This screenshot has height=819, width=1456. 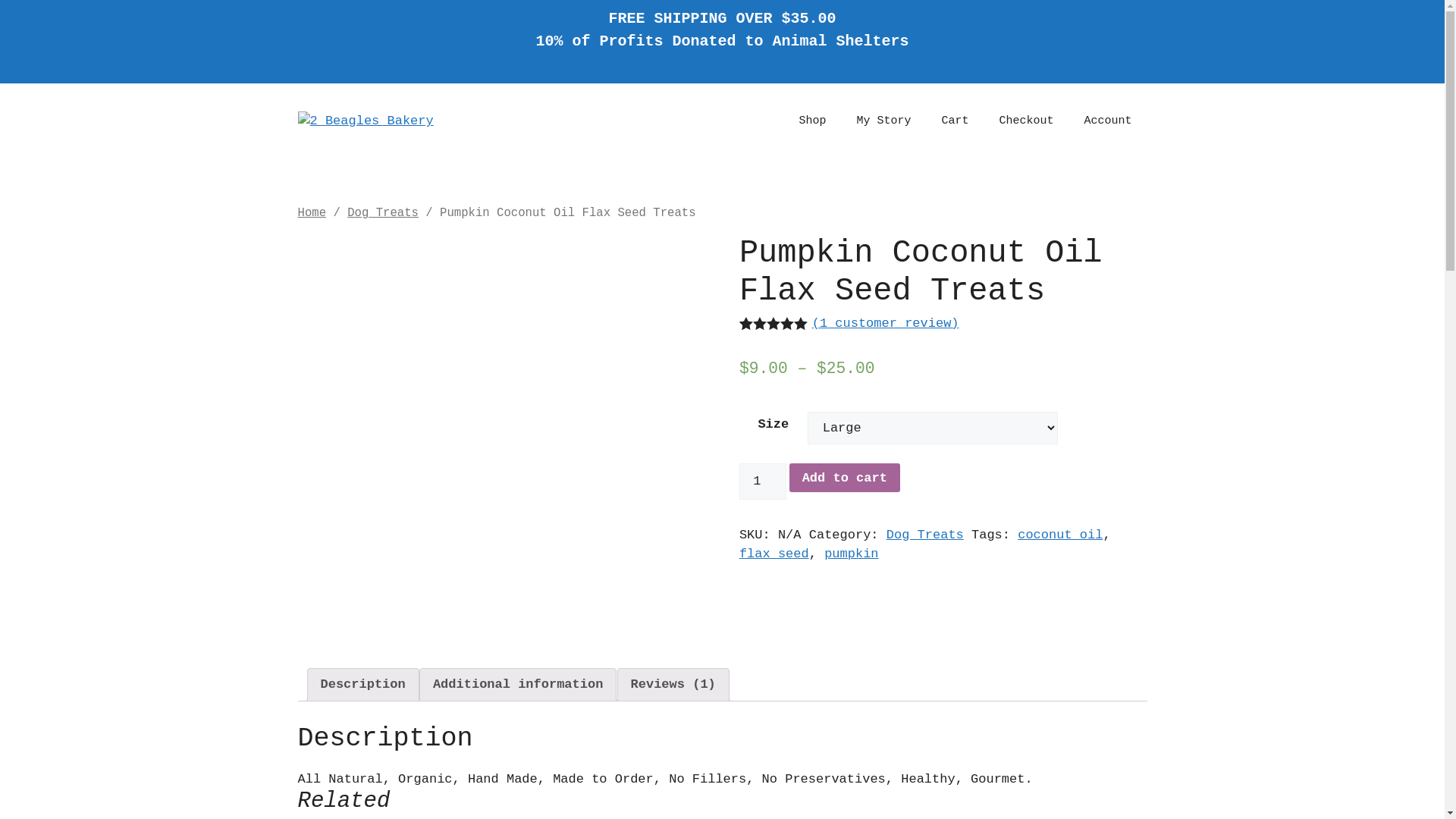 What do you see at coordinates (1107, 120) in the screenshot?
I see `'Account'` at bounding box center [1107, 120].